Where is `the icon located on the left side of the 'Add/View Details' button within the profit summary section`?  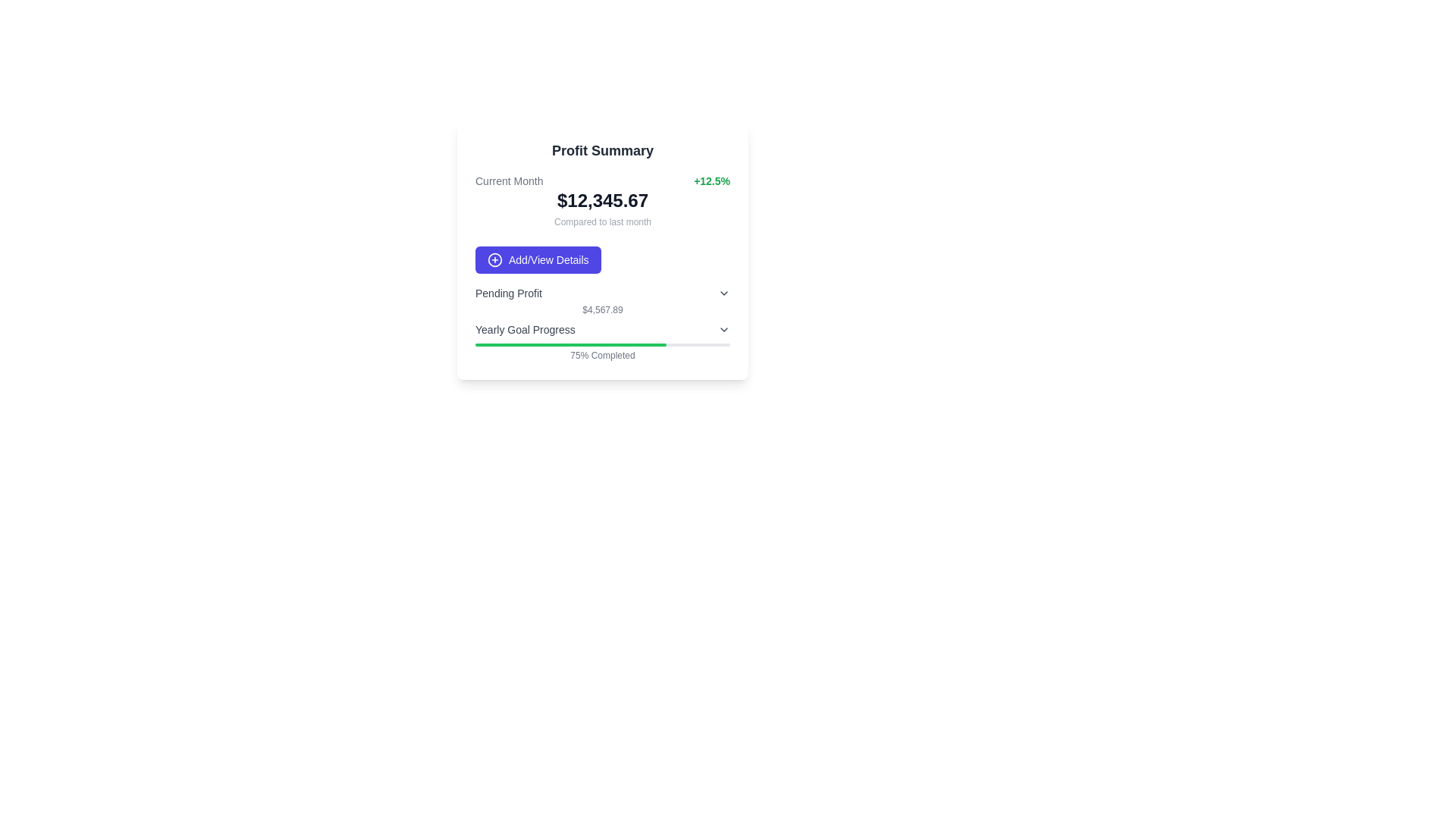
the icon located on the left side of the 'Add/View Details' button within the profit summary section is located at coordinates (494, 259).